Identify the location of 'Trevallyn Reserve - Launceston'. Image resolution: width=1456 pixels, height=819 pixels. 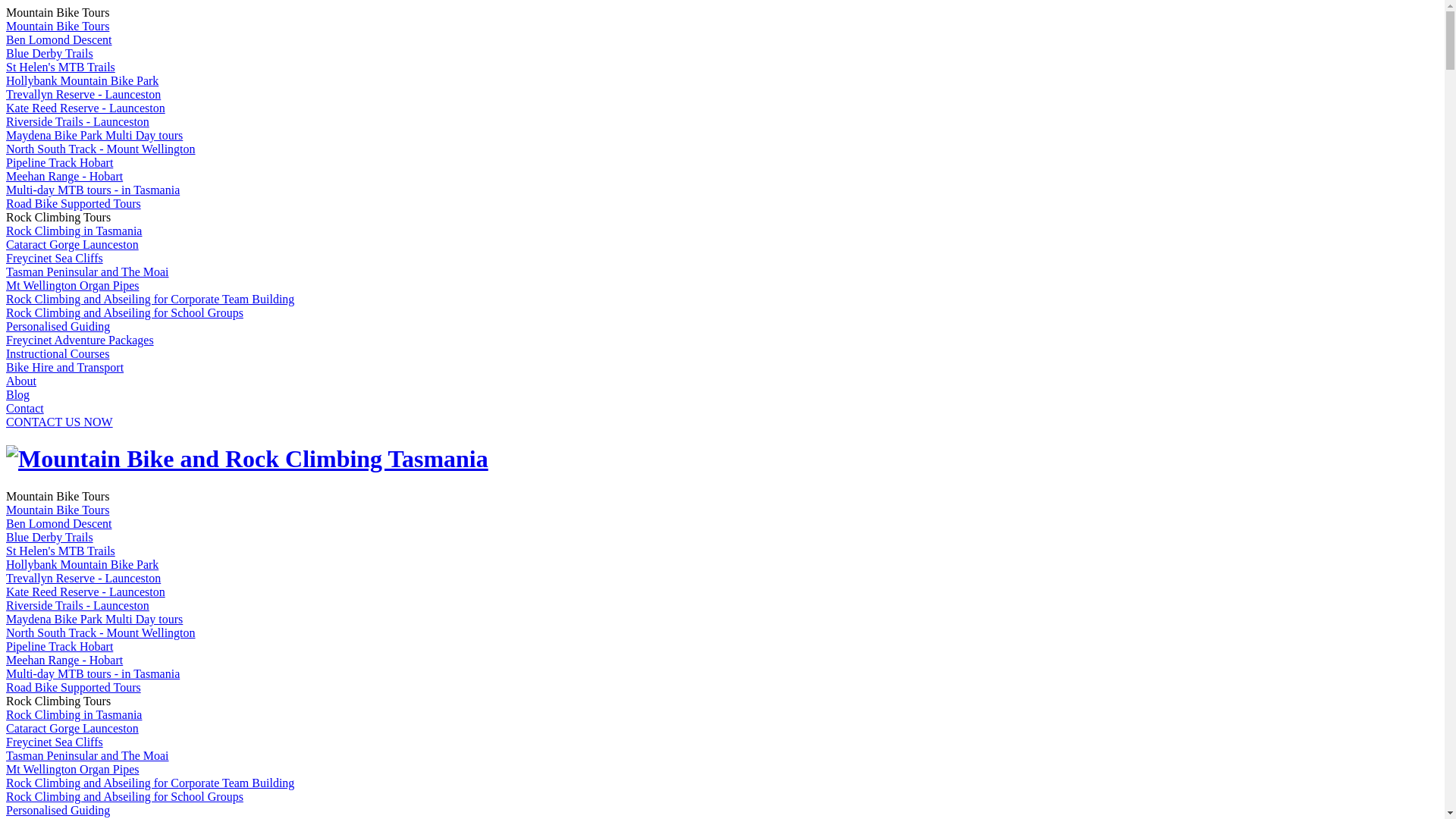
(6, 94).